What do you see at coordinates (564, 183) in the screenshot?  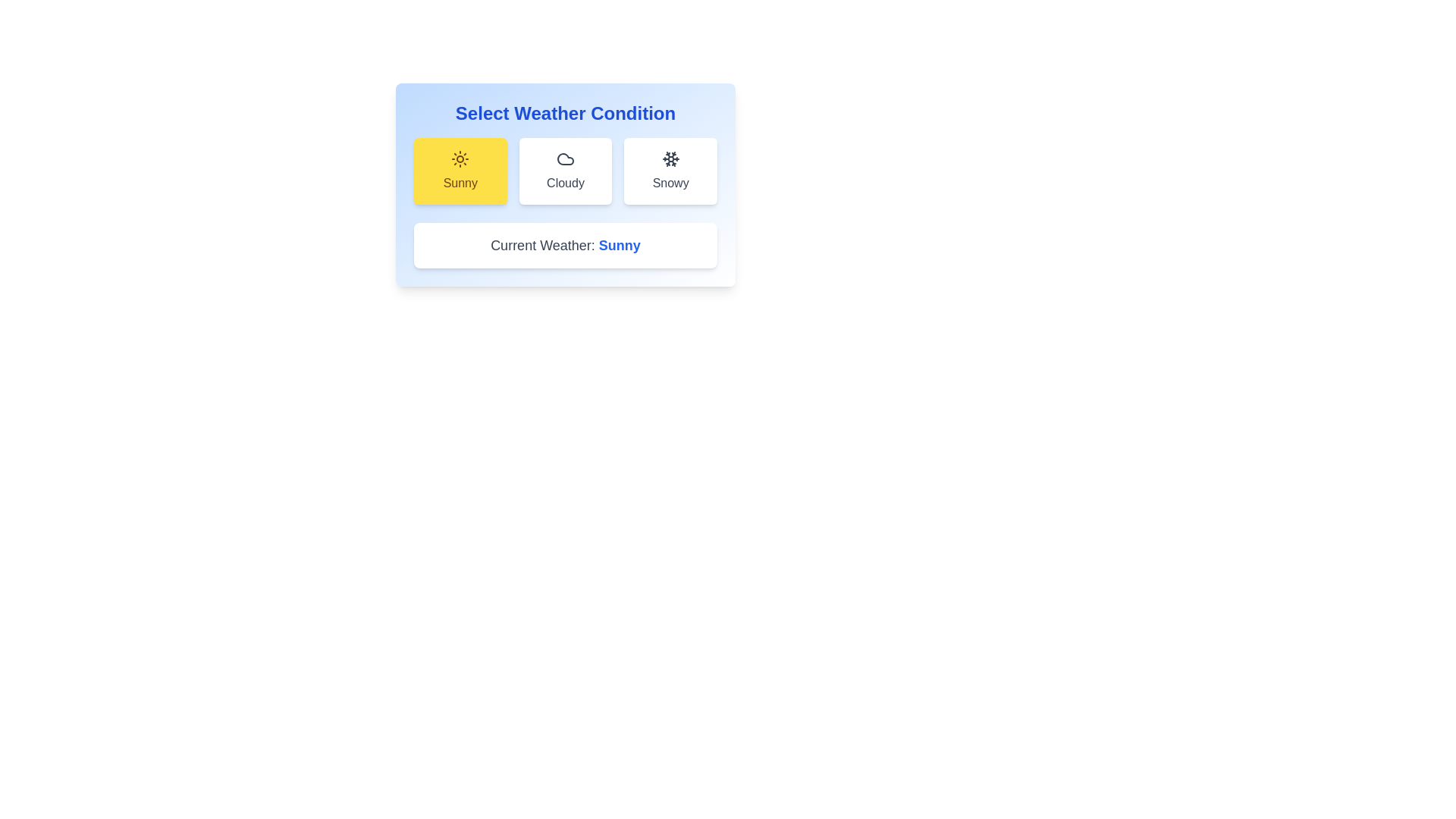 I see `text label indicating the weather condition 'Cloudy', located under the cloudy weather icon and positioned in between 'Sunny' and 'Snowy' in a horizontal list` at bounding box center [564, 183].